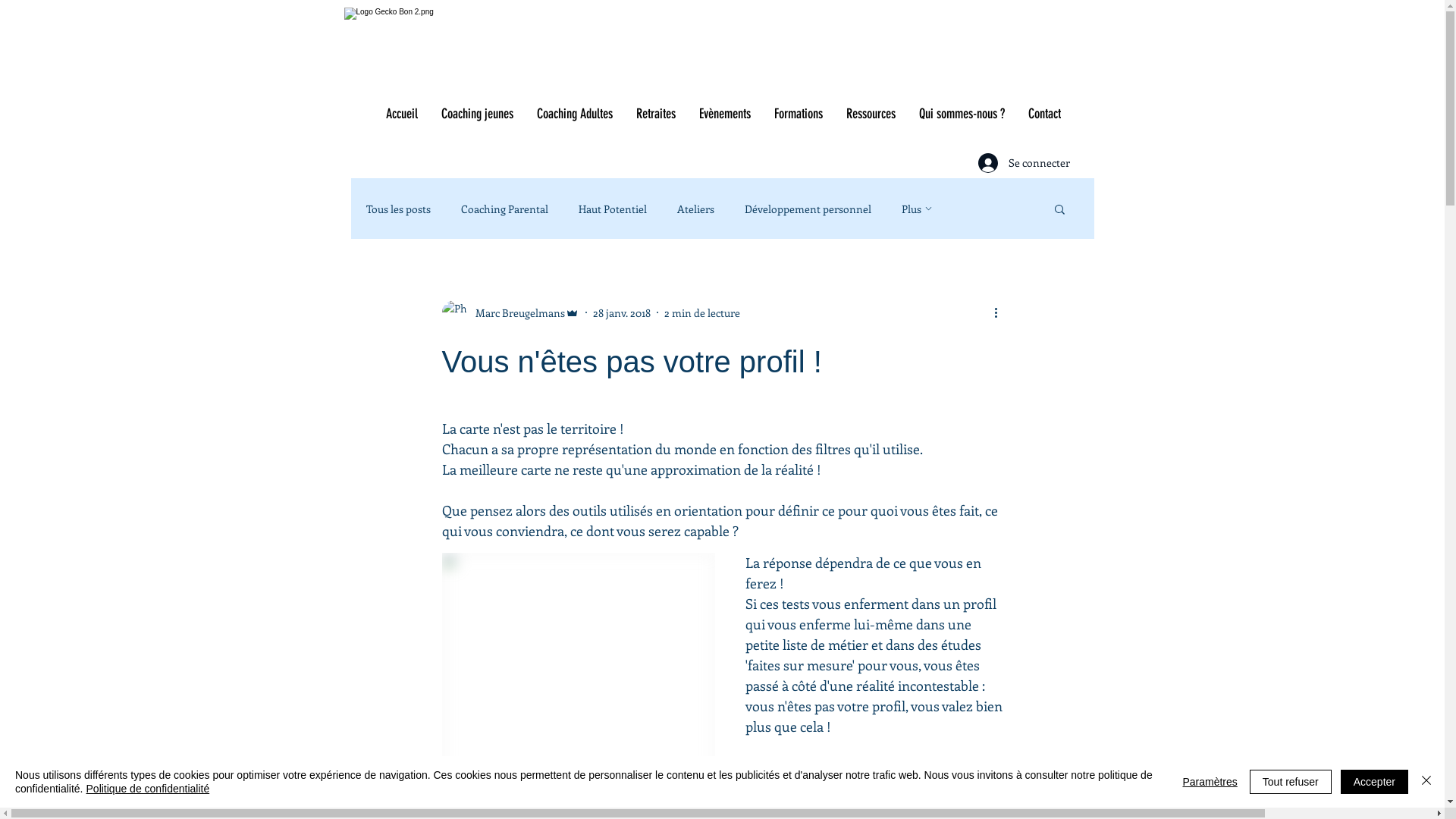 This screenshot has height=819, width=1456. What do you see at coordinates (577, 209) in the screenshot?
I see `'Haut Potentiel'` at bounding box center [577, 209].